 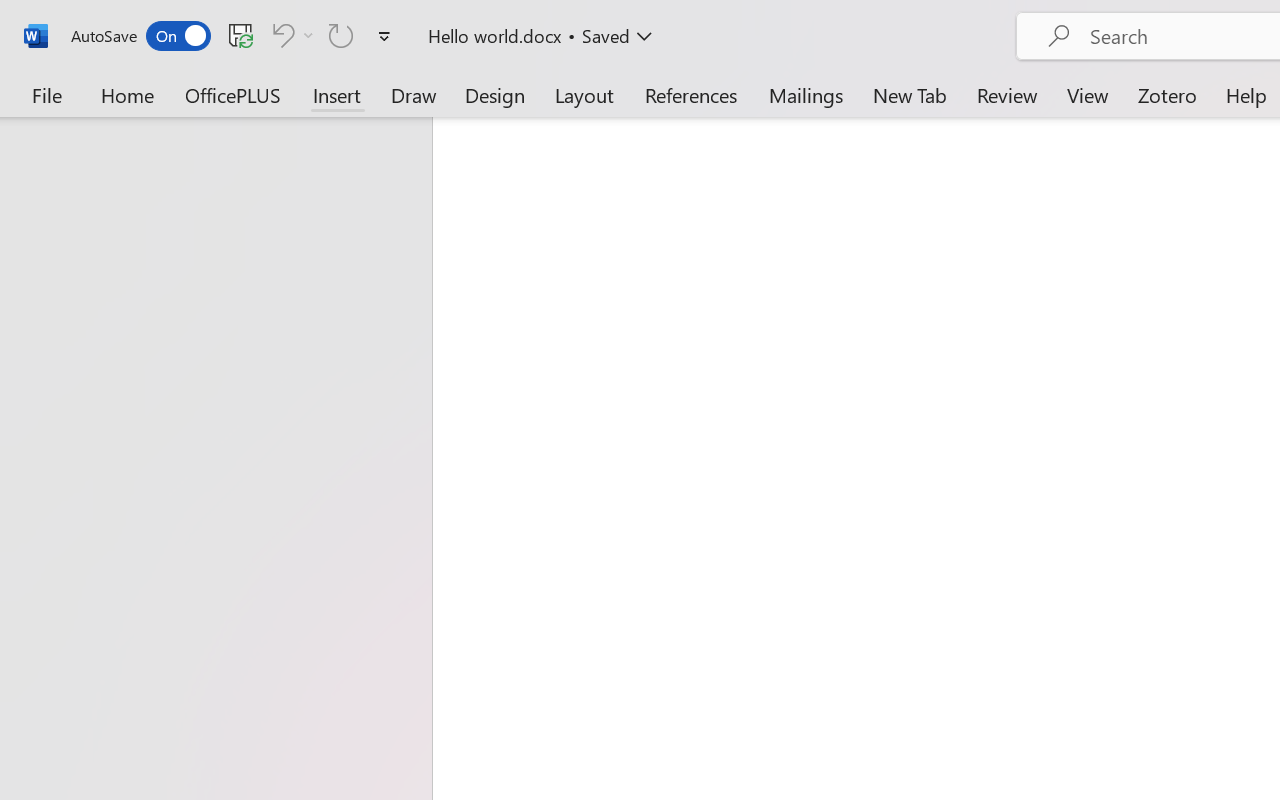 What do you see at coordinates (289, 34) in the screenshot?
I see `'Can'` at bounding box center [289, 34].